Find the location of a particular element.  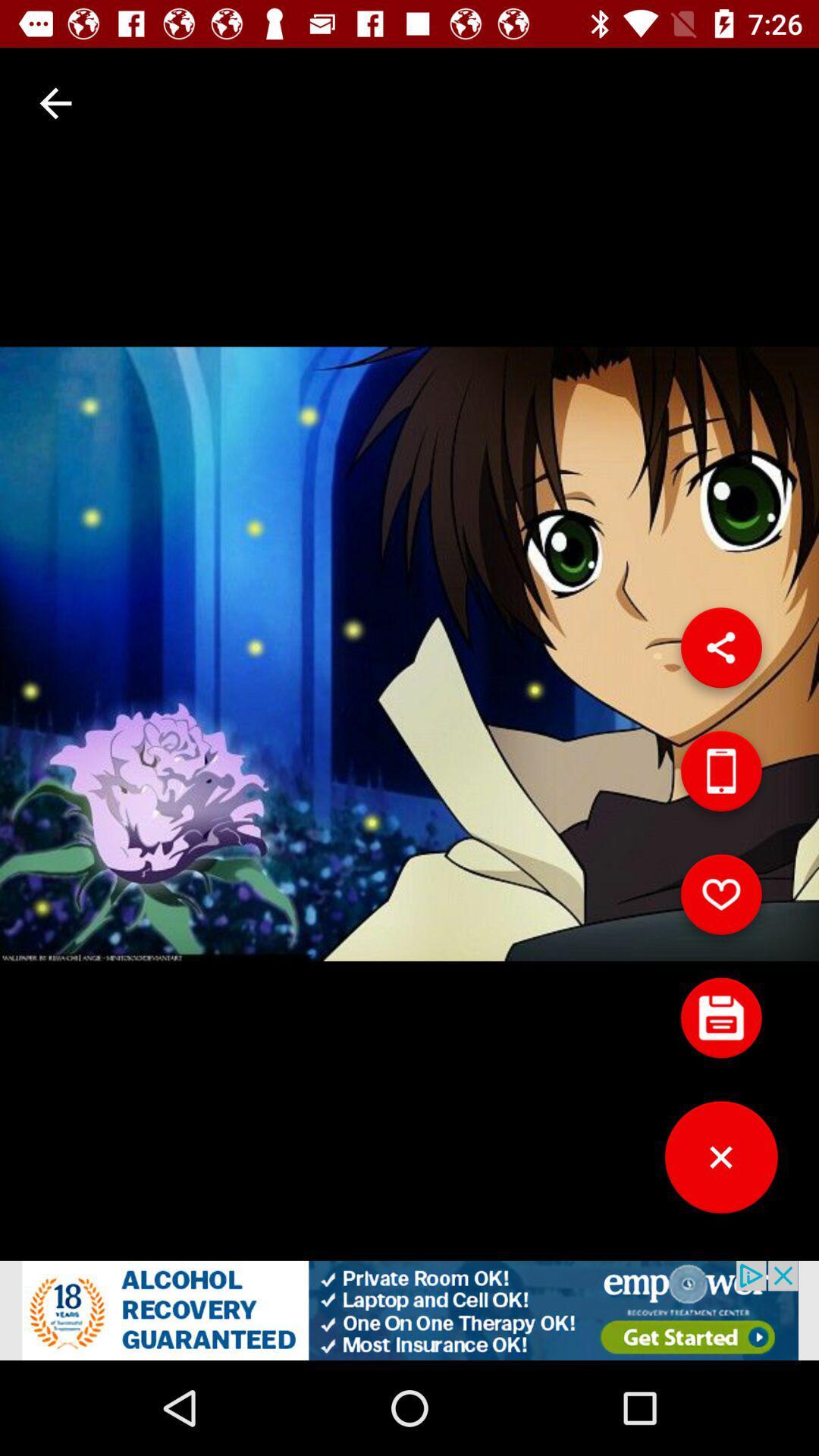

like is located at coordinates (720, 900).